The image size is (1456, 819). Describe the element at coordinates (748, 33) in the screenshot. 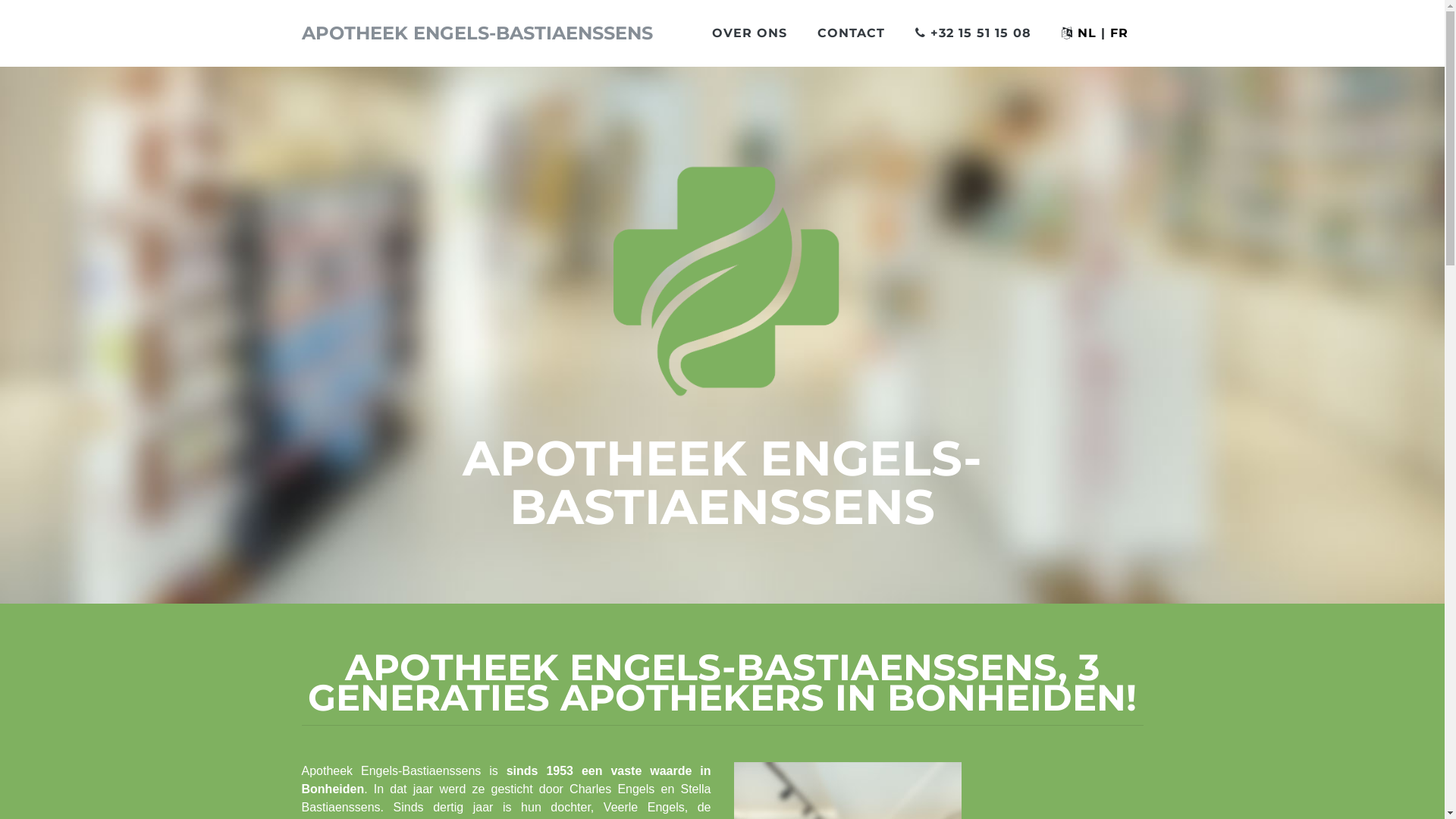

I see `'OVER ONS'` at that location.